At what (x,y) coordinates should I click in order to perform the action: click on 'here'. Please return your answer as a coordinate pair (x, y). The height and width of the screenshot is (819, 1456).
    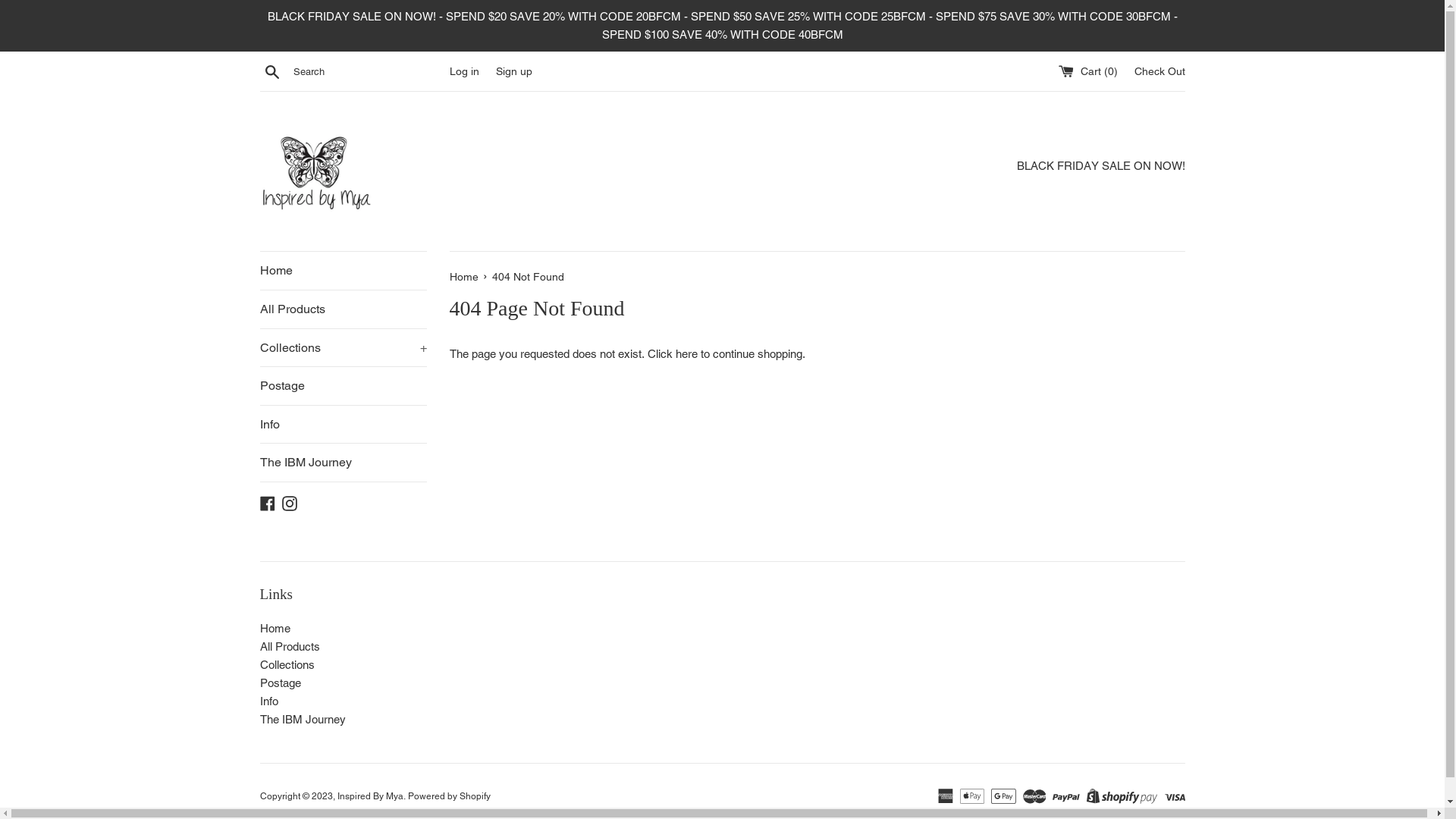
    Looking at the image, I should click on (685, 353).